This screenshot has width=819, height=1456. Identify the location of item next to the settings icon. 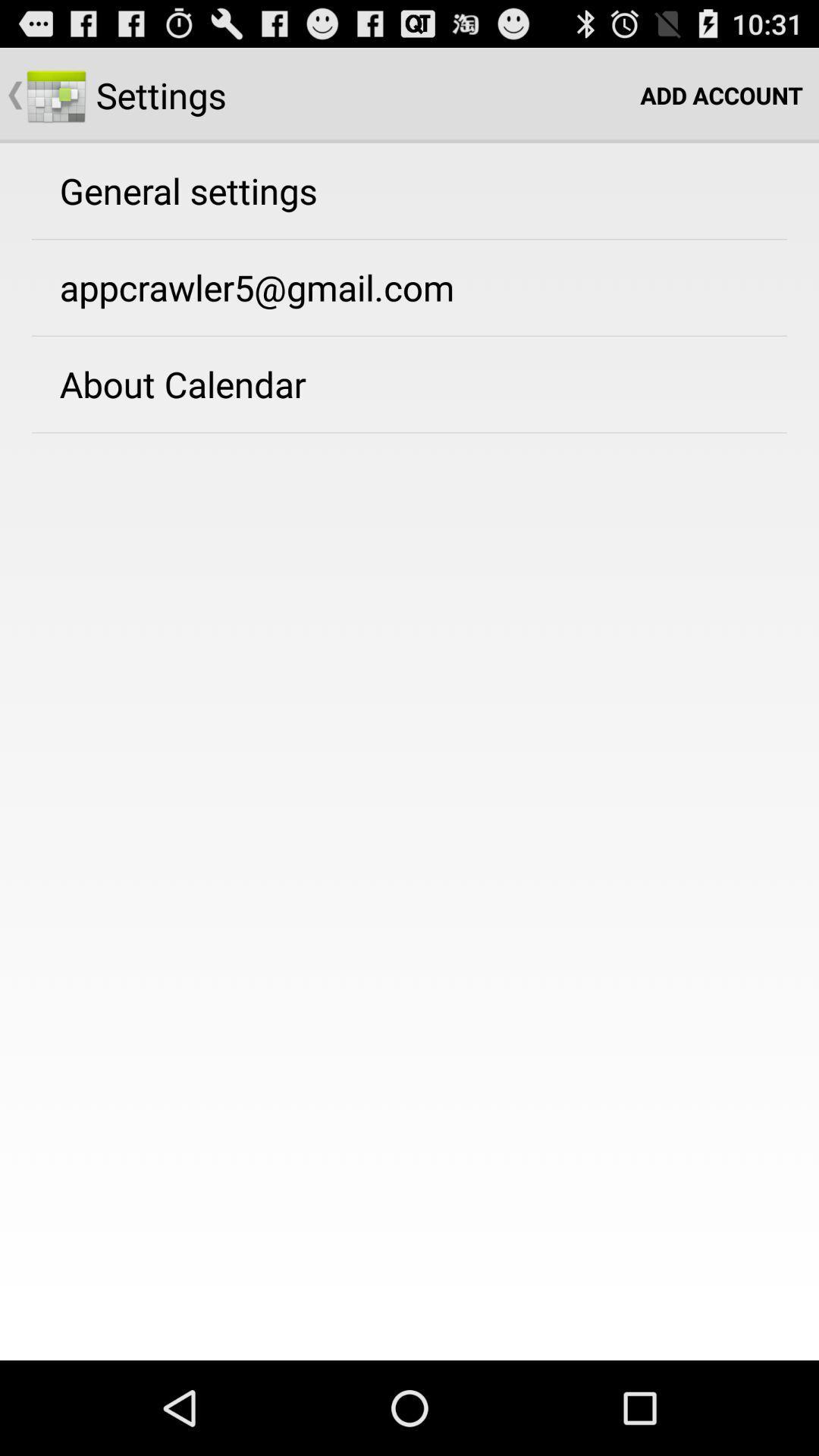
(720, 94).